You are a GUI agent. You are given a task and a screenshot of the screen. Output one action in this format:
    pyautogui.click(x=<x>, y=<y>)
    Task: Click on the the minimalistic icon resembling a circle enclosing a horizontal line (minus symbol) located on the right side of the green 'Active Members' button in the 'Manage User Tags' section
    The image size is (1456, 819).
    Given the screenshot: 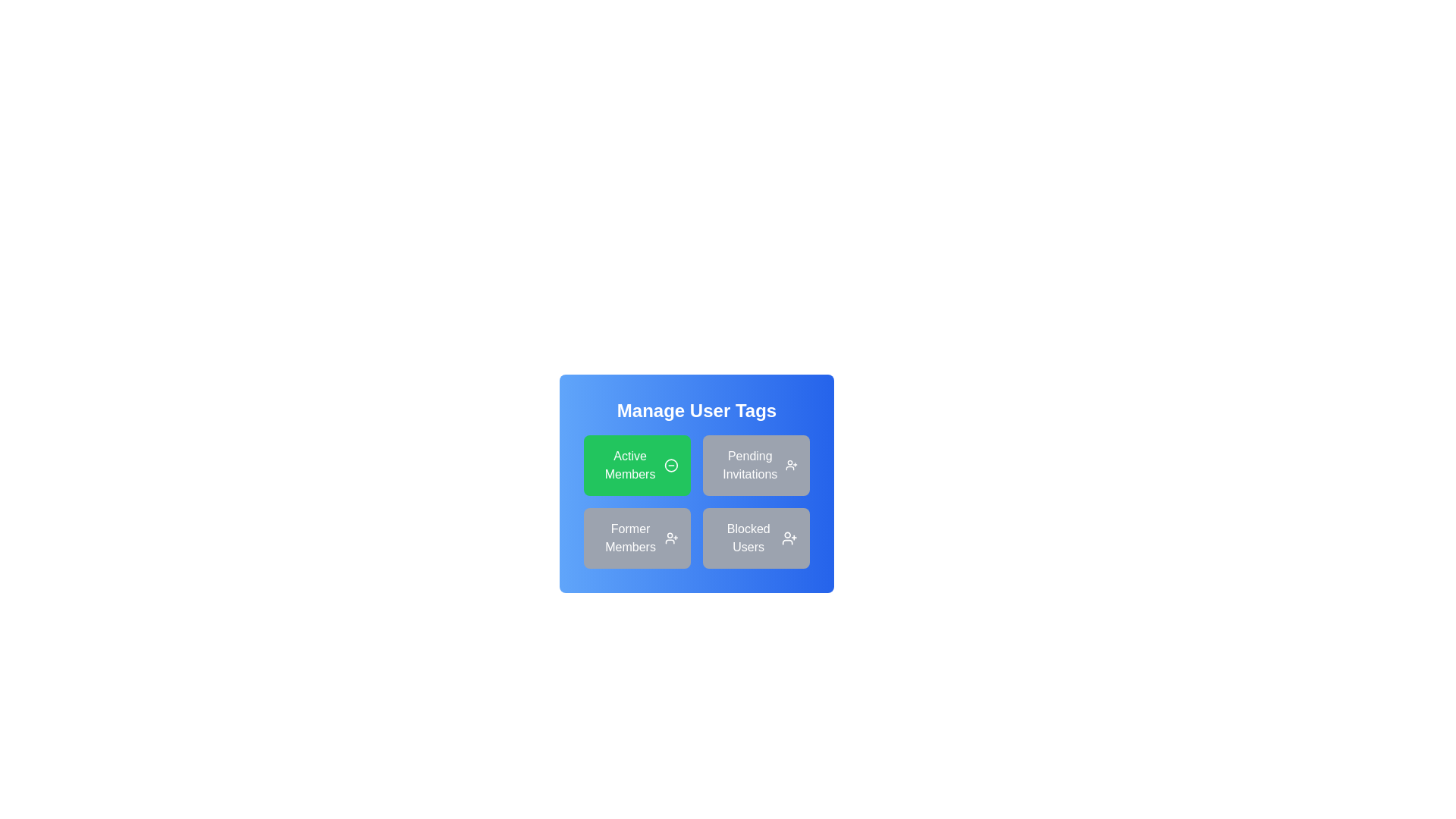 What is the action you would take?
    pyautogui.click(x=670, y=464)
    